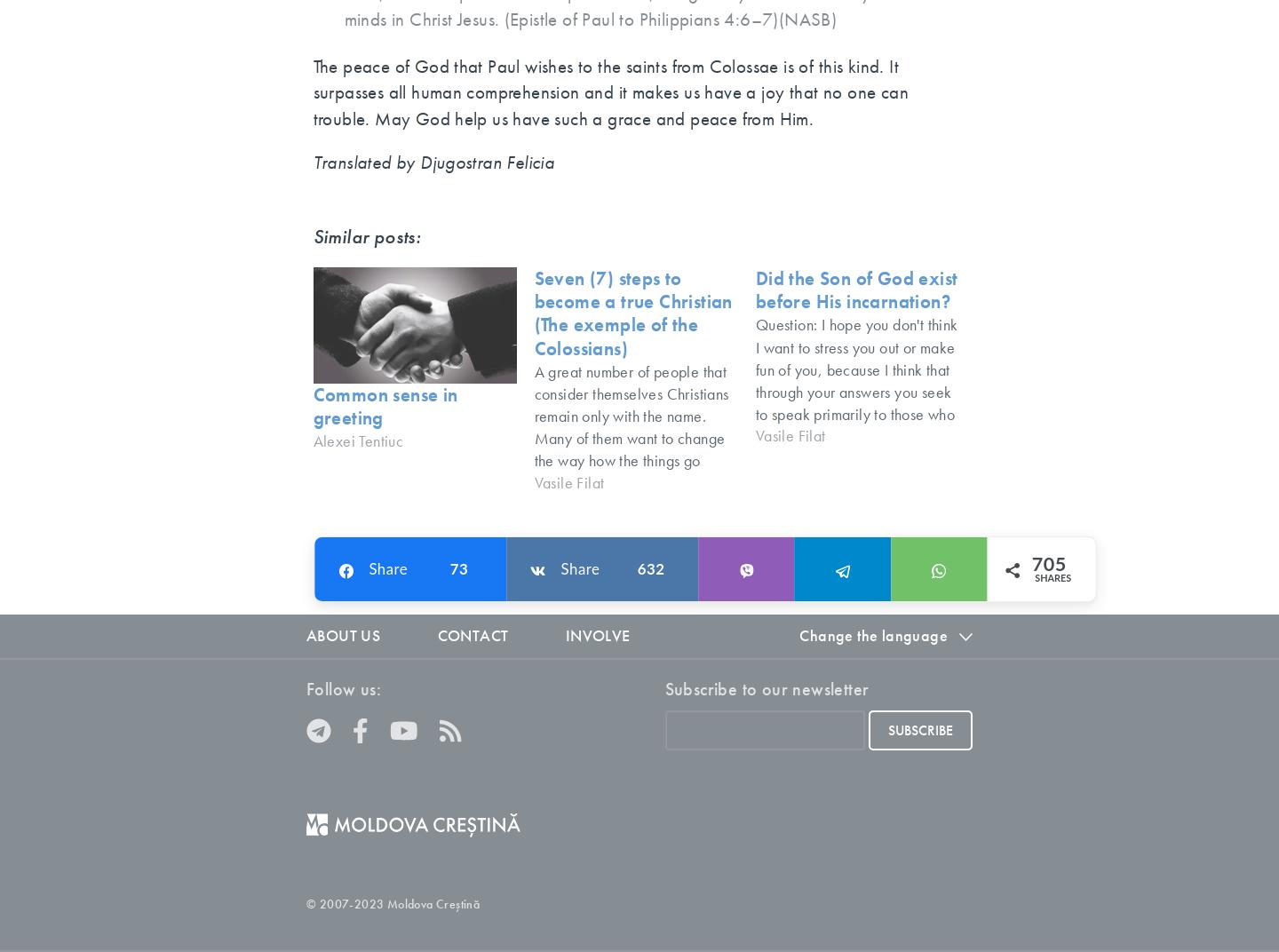 The height and width of the screenshot is (952, 1279). What do you see at coordinates (471, 633) in the screenshot?
I see `'Contact'` at bounding box center [471, 633].